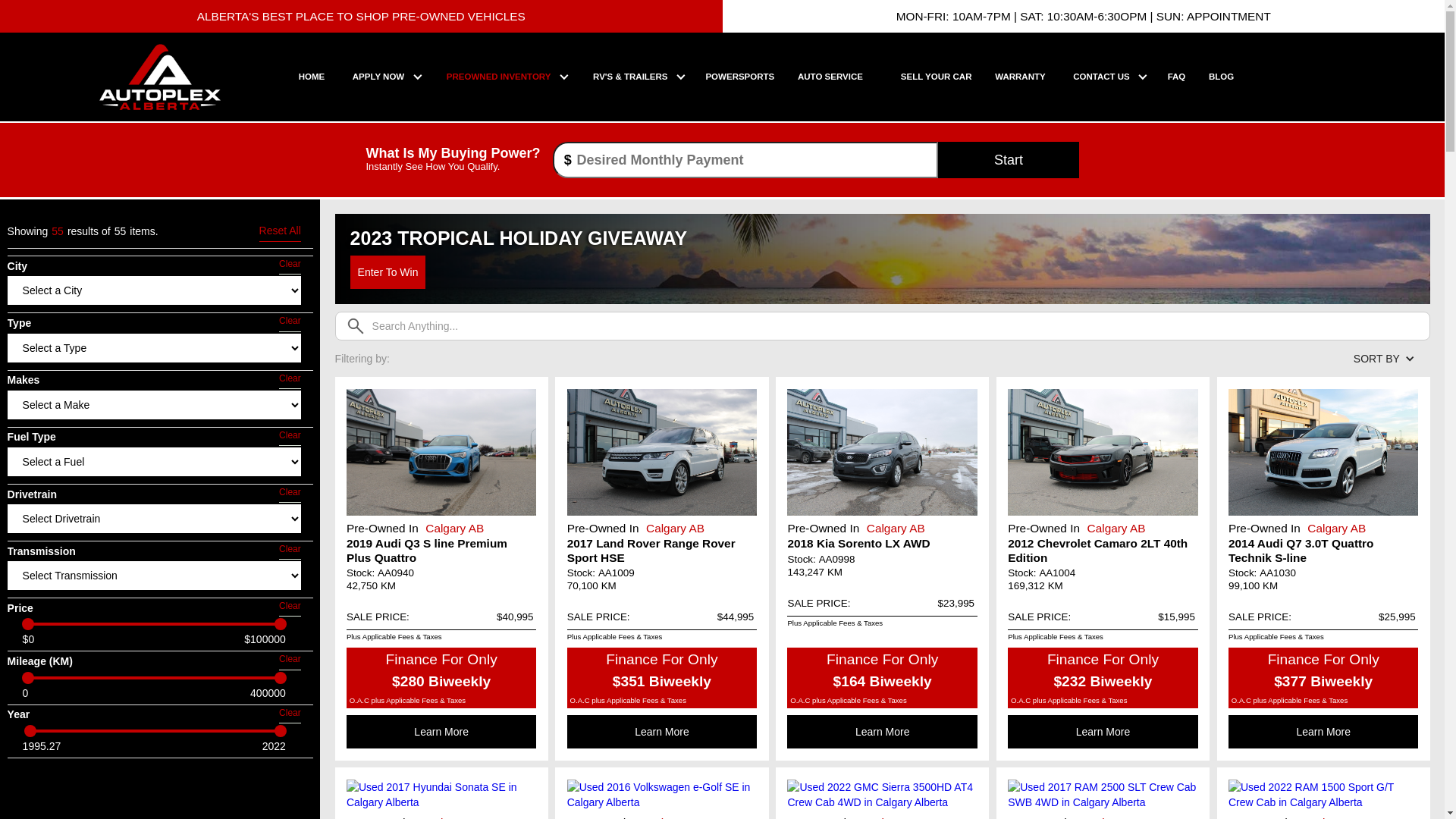 The width and height of the screenshot is (1456, 819). I want to click on 'Learn More', so click(440, 730).